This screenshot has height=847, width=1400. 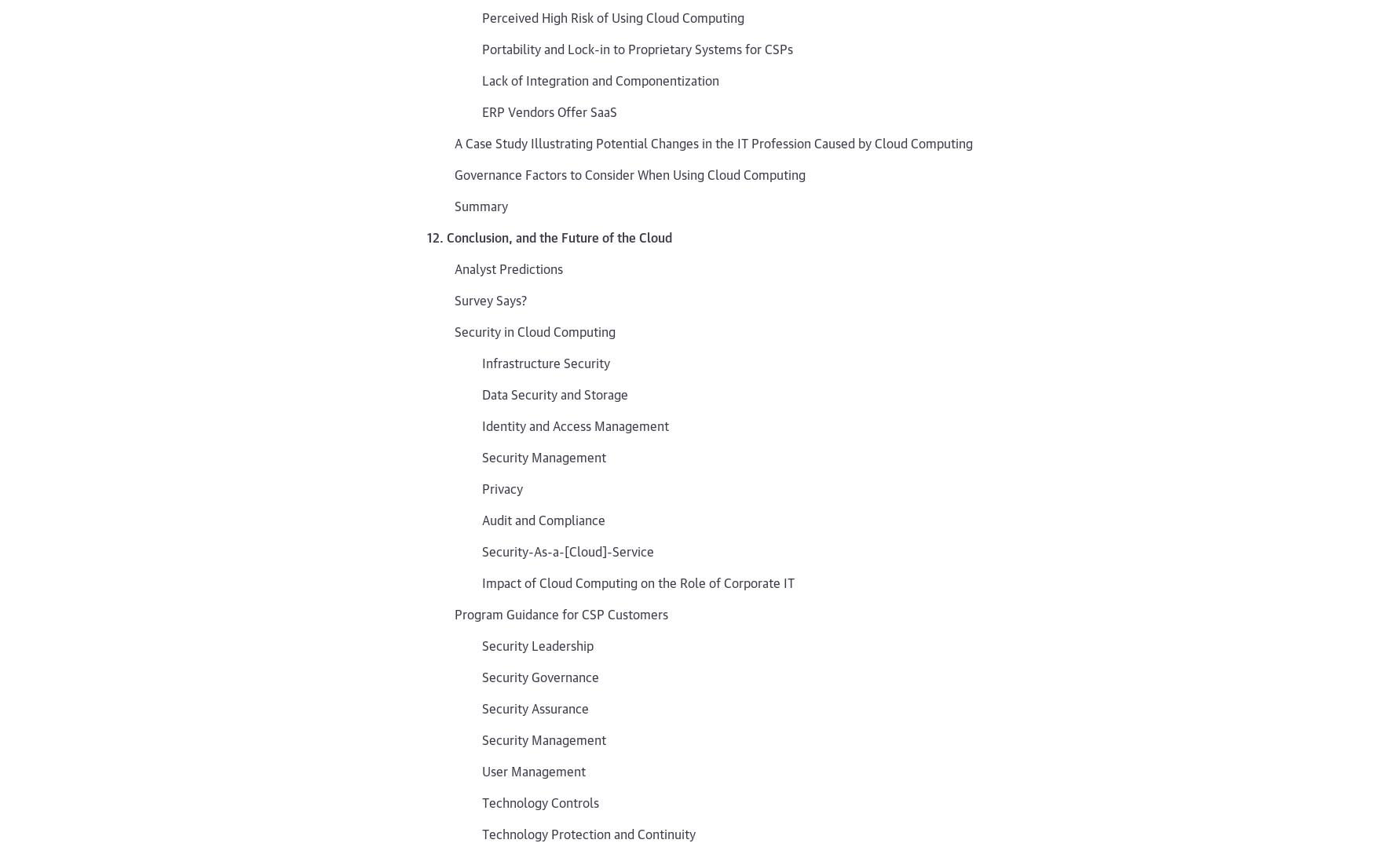 What do you see at coordinates (540, 676) in the screenshot?
I see `'Security Governance'` at bounding box center [540, 676].